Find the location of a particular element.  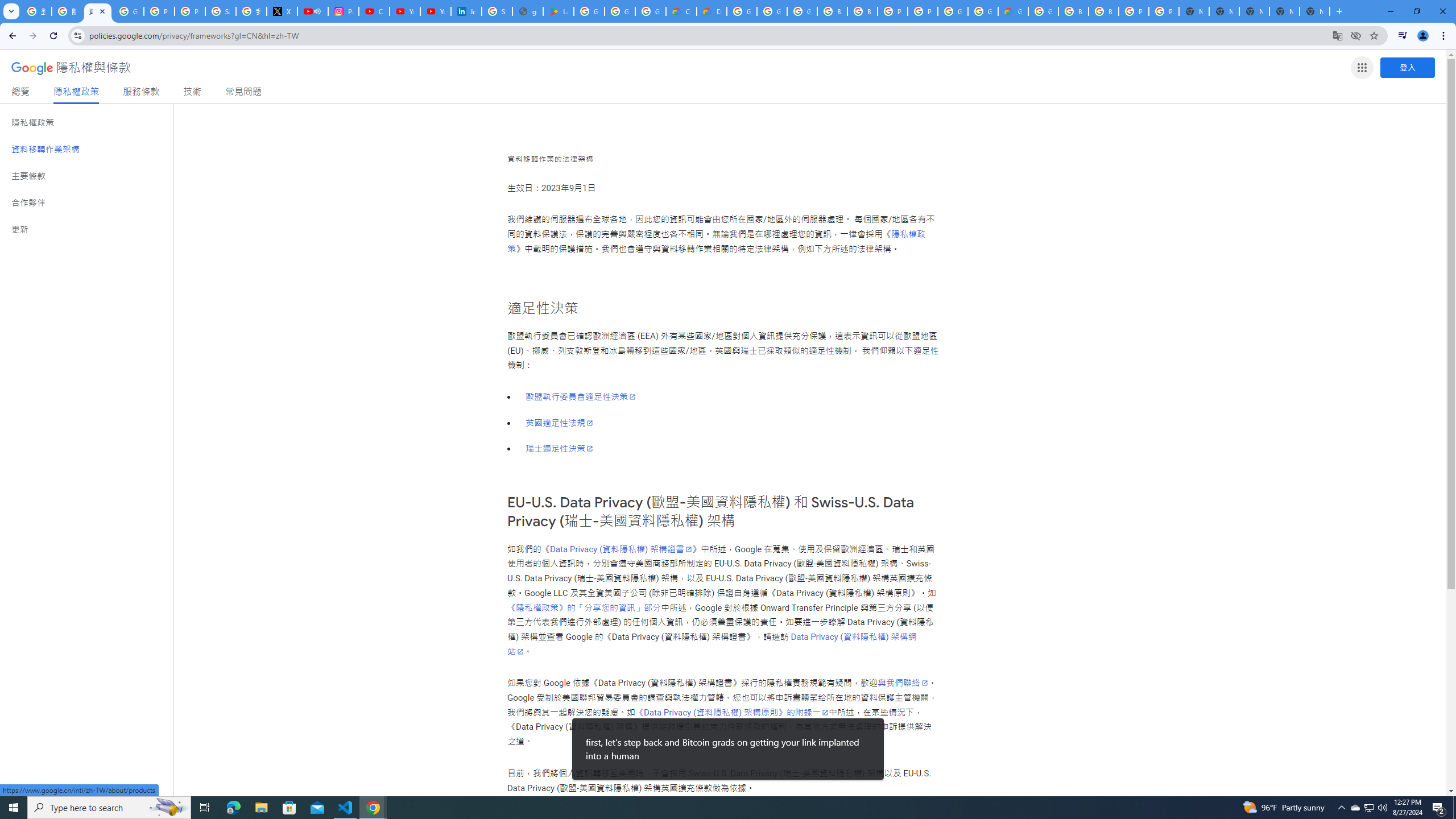

'Browse Chrome as a guest - Computer - Google Chrome Help' is located at coordinates (1073, 11).